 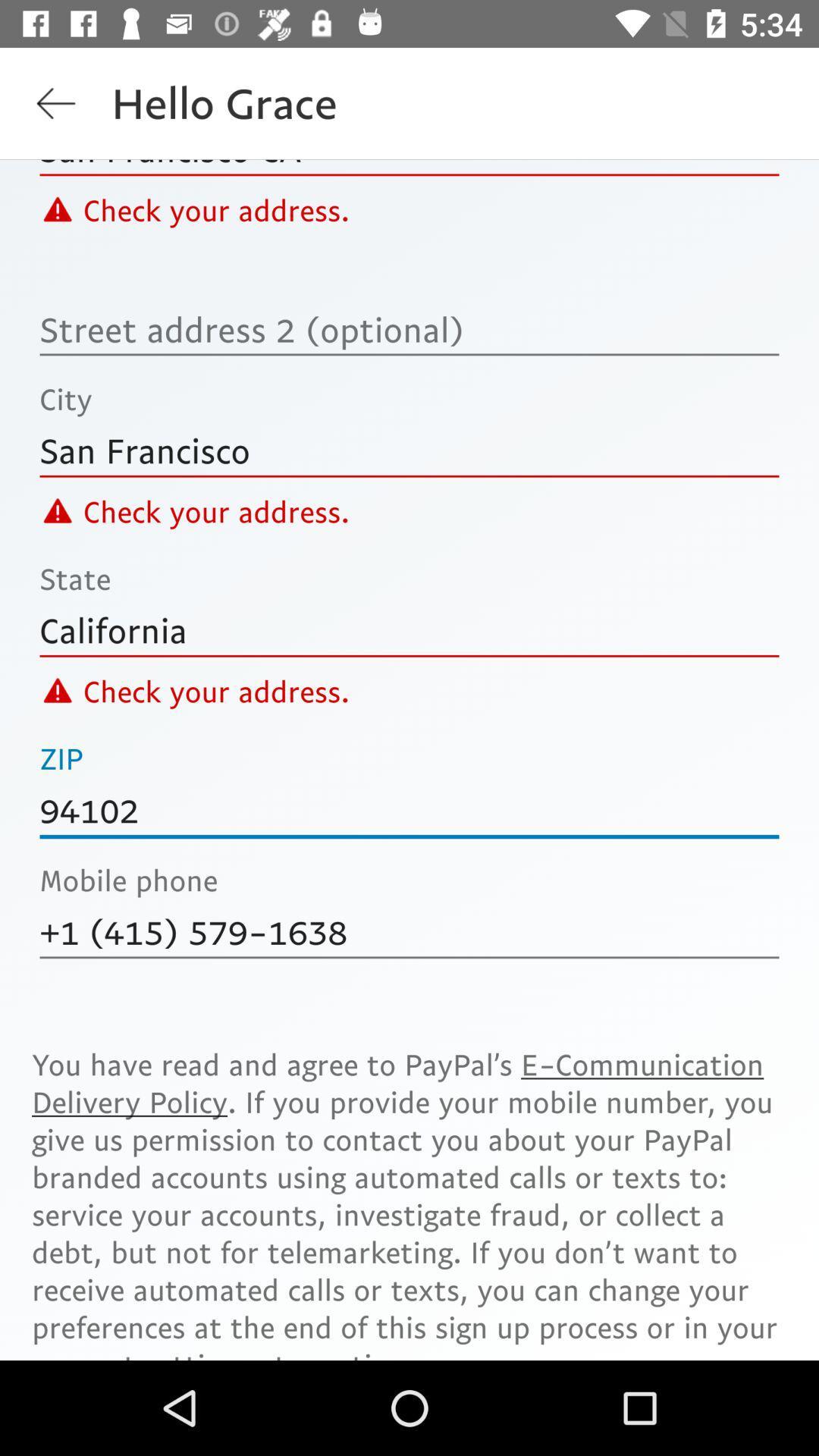 What do you see at coordinates (409, 328) in the screenshot?
I see `street address` at bounding box center [409, 328].